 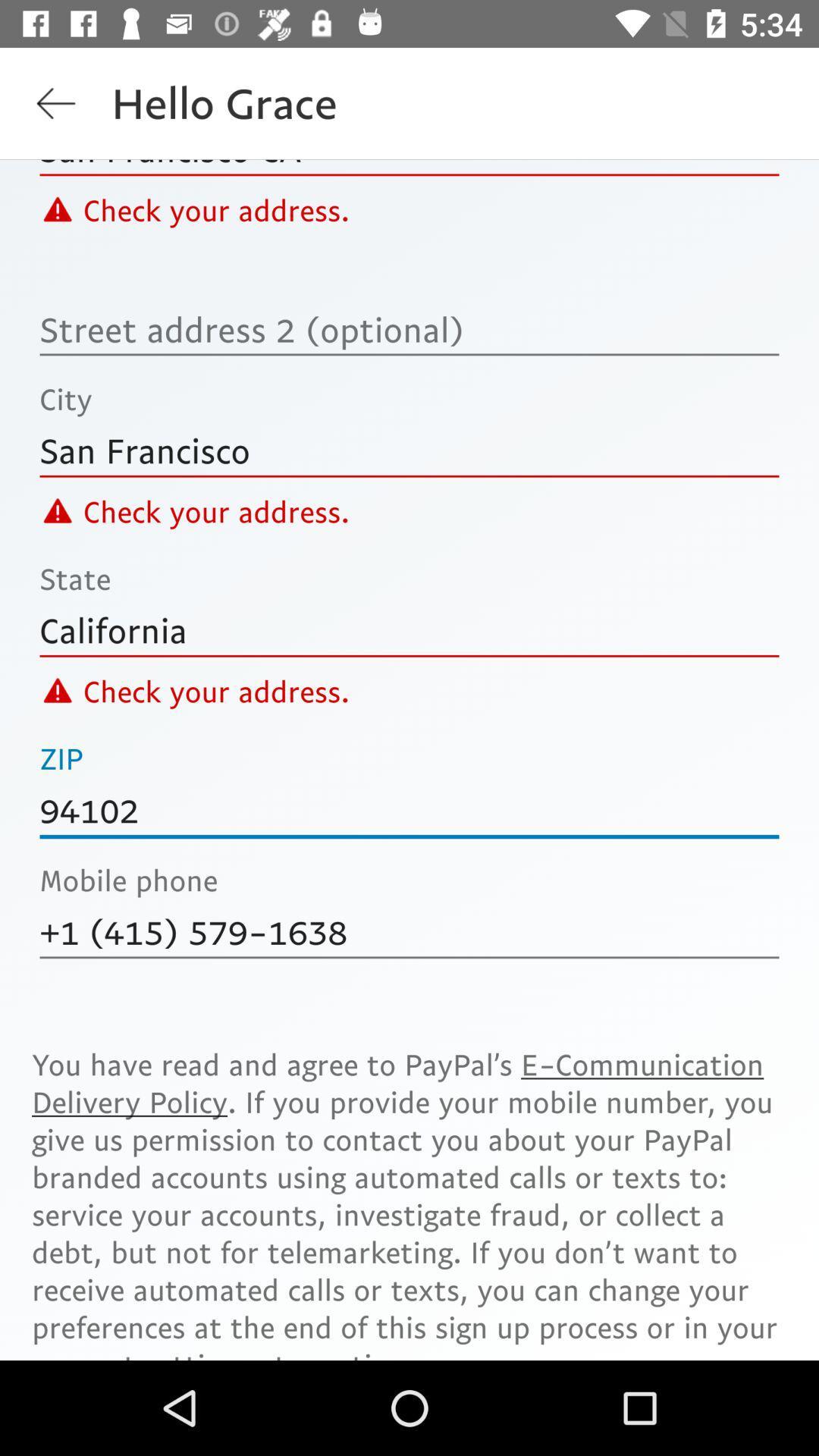 What do you see at coordinates (409, 328) in the screenshot?
I see `street address` at bounding box center [409, 328].